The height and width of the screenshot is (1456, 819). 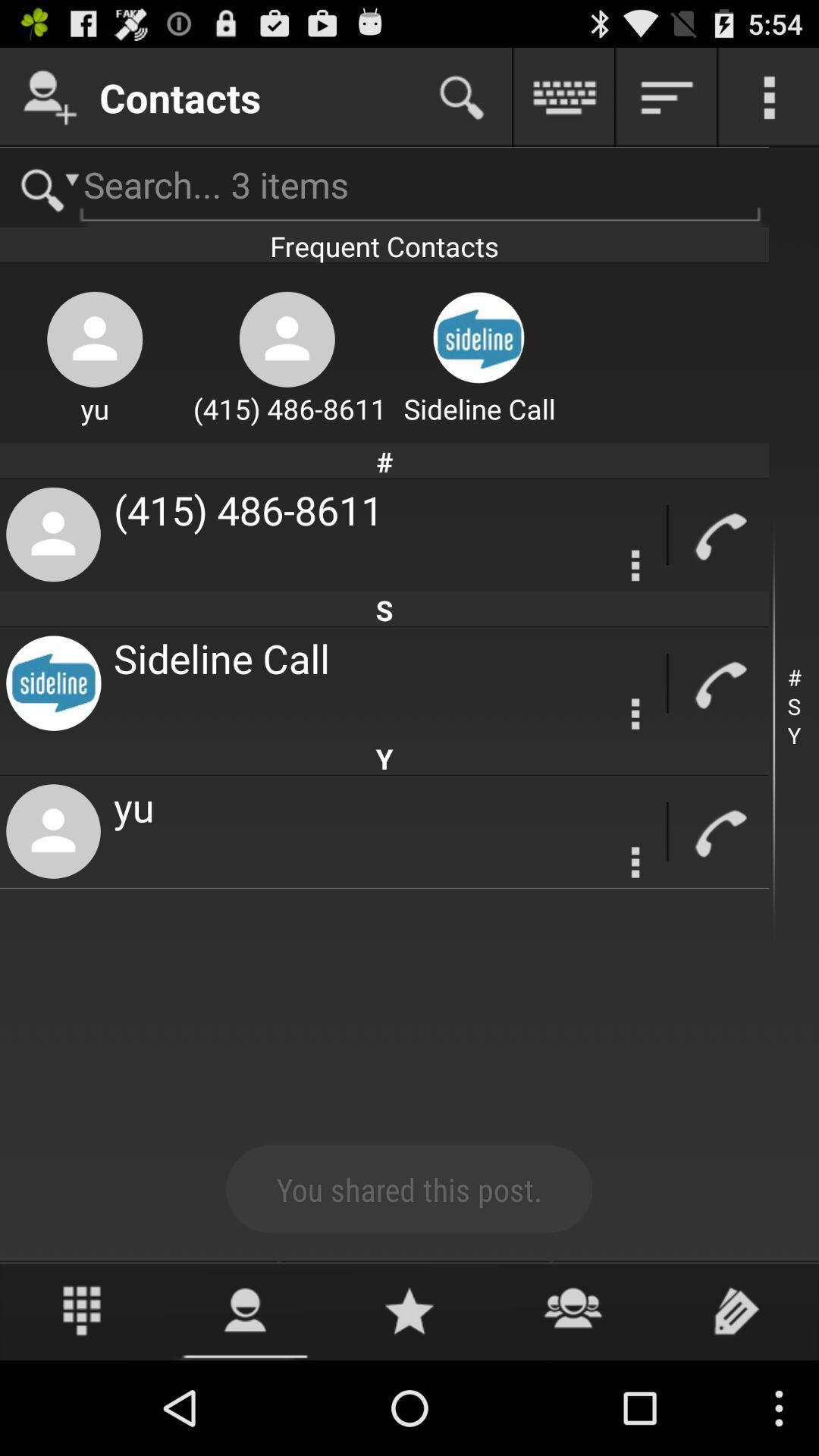 What do you see at coordinates (383, 187) in the screenshot?
I see `search for contact` at bounding box center [383, 187].